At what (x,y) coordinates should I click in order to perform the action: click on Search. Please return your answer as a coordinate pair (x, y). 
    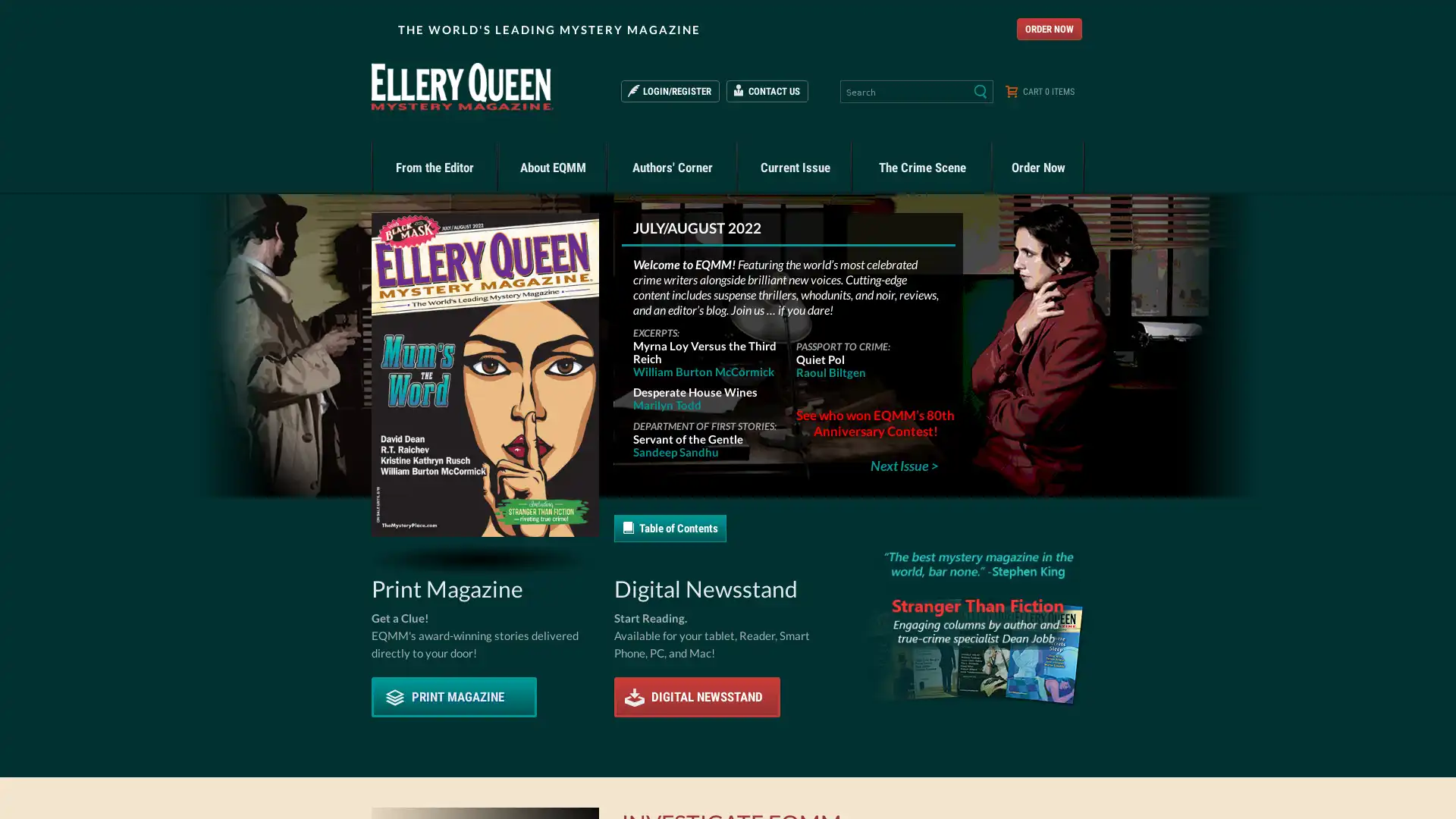
    Looking at the image, I should click on (980, 91).